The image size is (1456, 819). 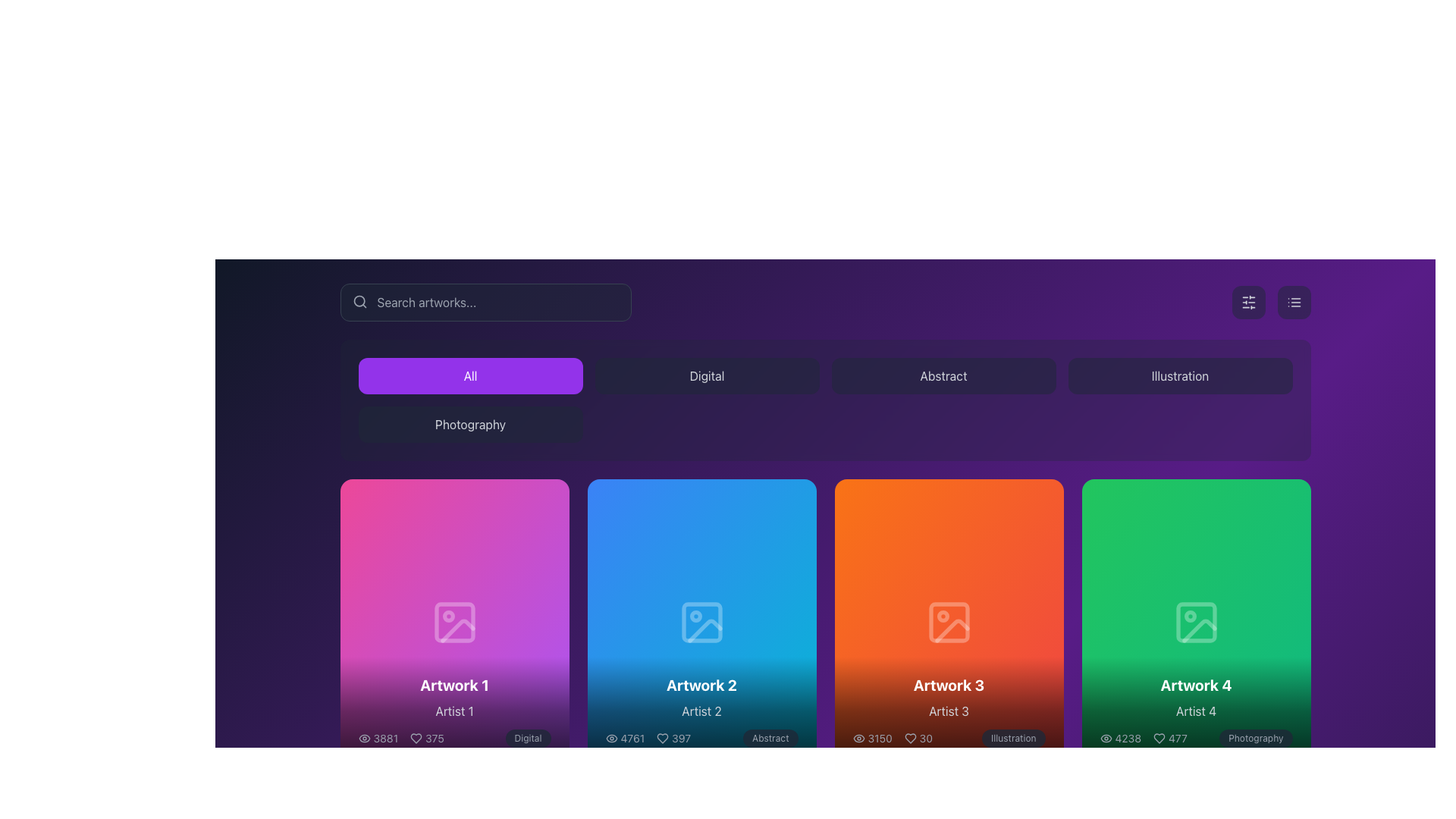 What do you see at coordinates (1195, 622) in the screenshot?
I see `the SVG-based icon representing an image within the green card titled 'Artwork 4', located at the bottom right of the row` at bounding box center [1195, 622].